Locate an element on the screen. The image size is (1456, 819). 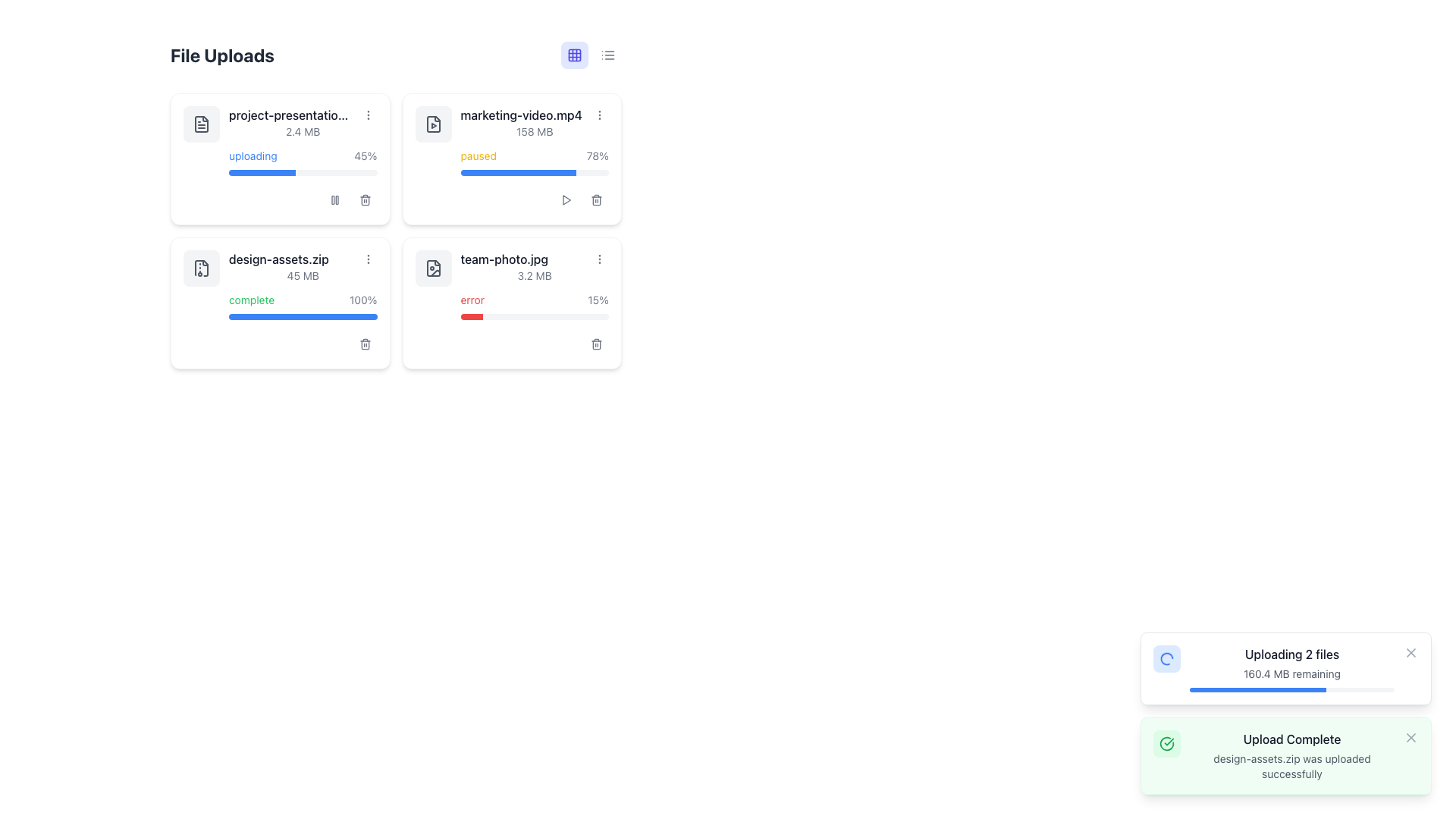
the green notification box that informs the user about the successful upload of 'design-assets.zip' is located at coordinates (1285, 755).